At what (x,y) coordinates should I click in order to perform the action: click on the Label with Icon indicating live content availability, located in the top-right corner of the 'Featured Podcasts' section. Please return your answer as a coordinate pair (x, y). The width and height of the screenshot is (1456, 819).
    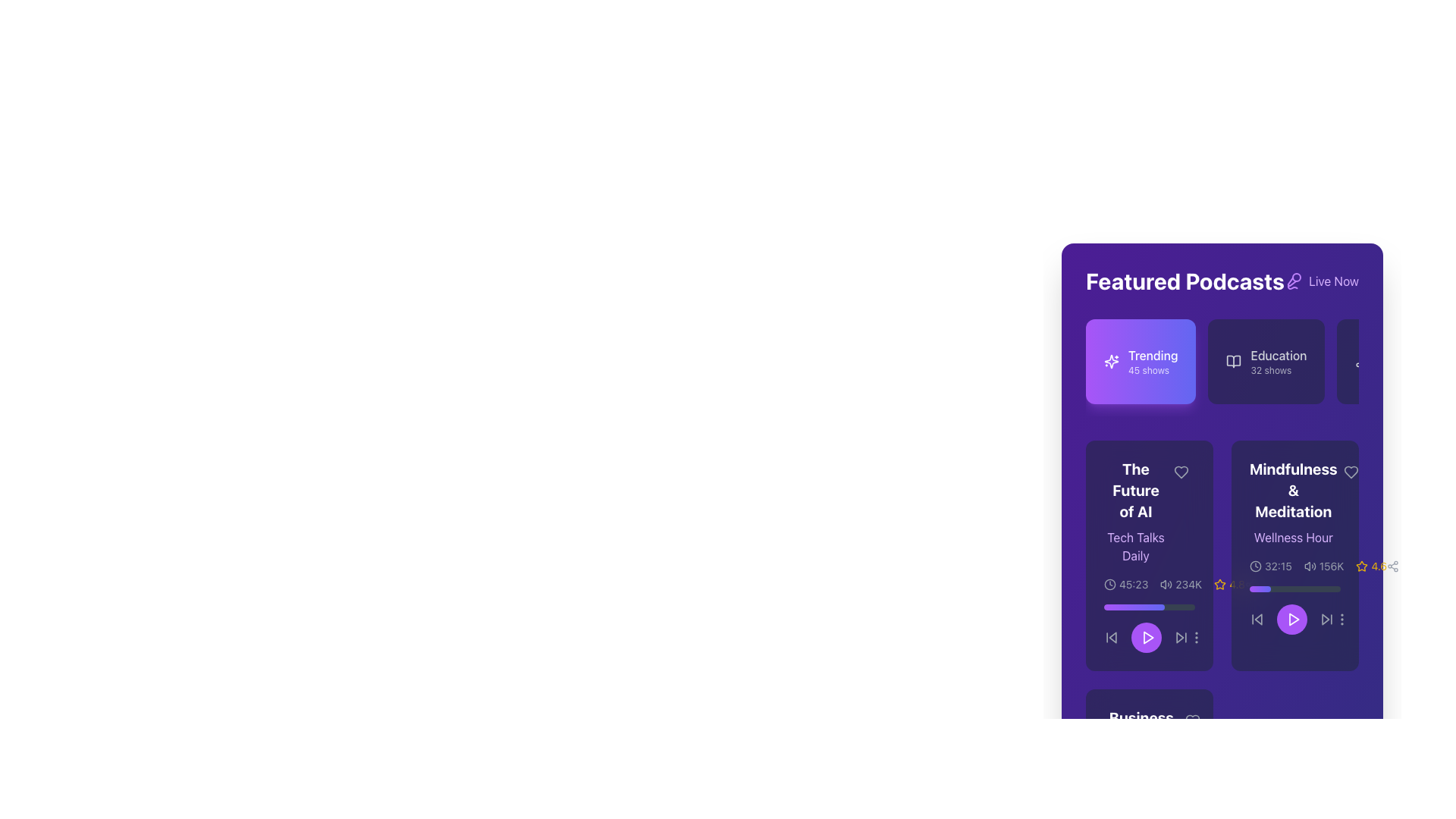
    Looking at the image, I should click on (1320, 281).